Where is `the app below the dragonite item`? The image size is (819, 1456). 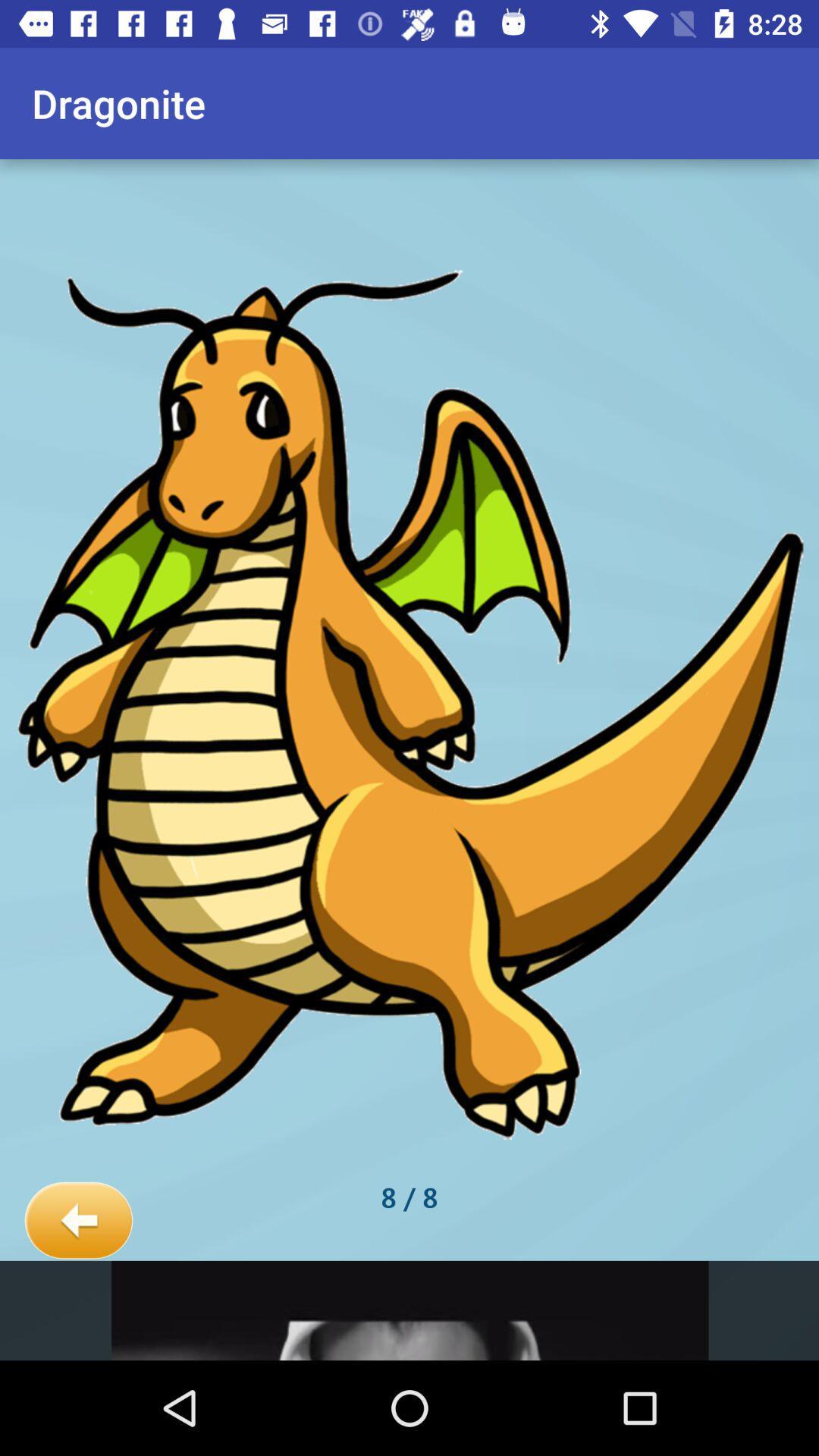 the app below the dragonite item is located at coordinates (78, 1221).